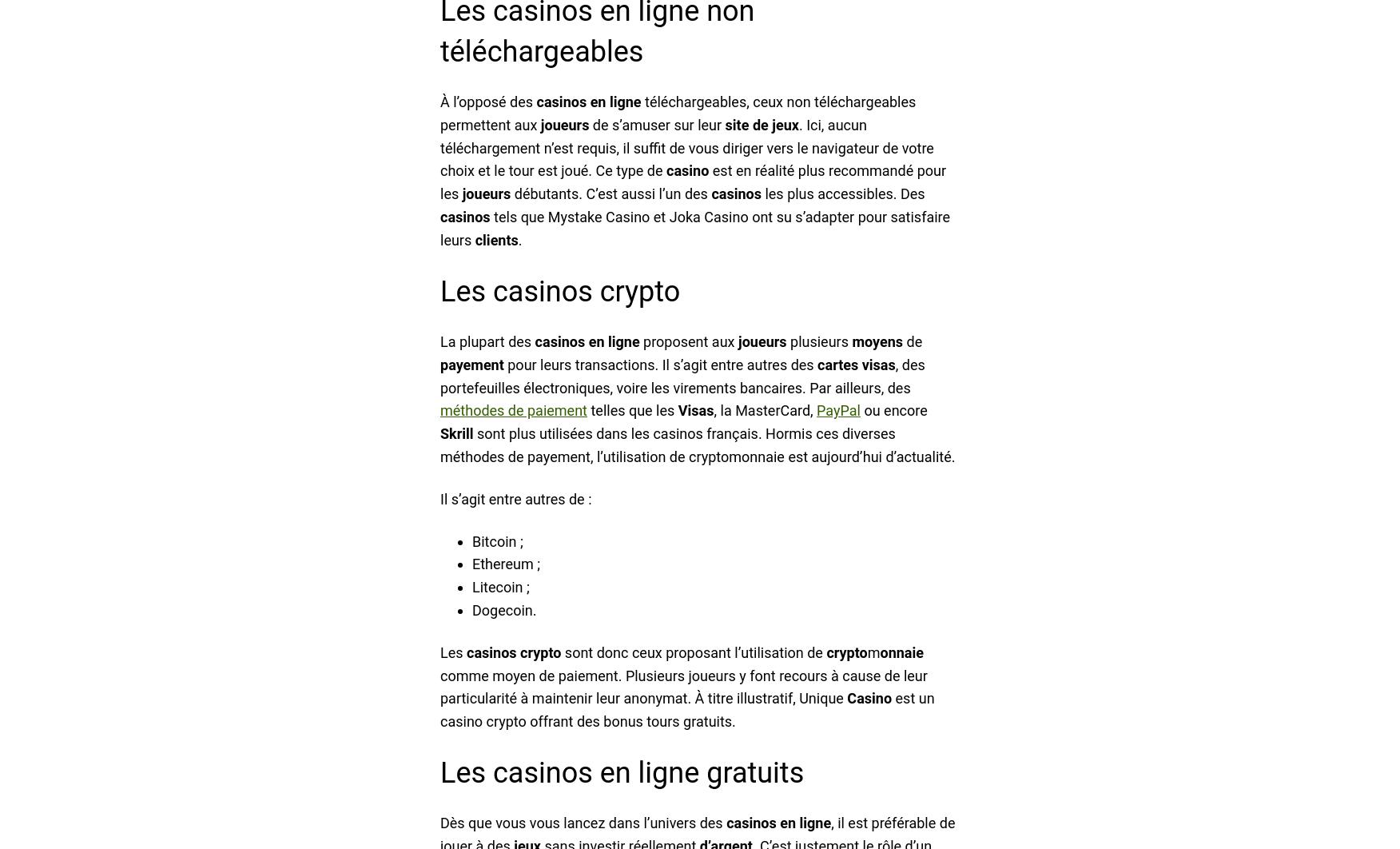 The image size is (1400, 849). Describe the element at coordinates (687, 341) in the screenshot. I see `'proposent aux'` at that location.